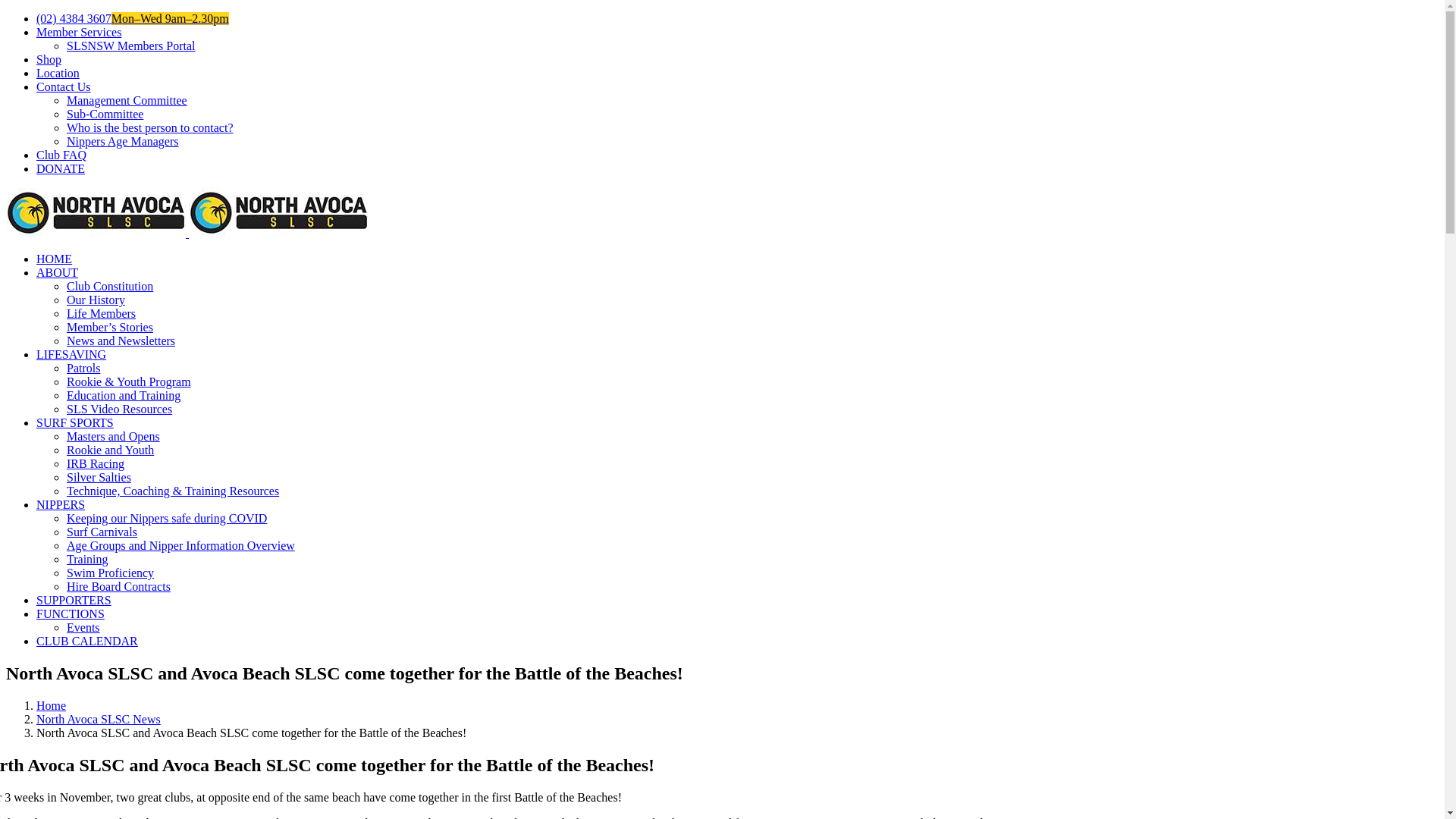 This screenshot has width=1456, height=819. I want to click on 'FUNCTIONS', so click(69, 613).